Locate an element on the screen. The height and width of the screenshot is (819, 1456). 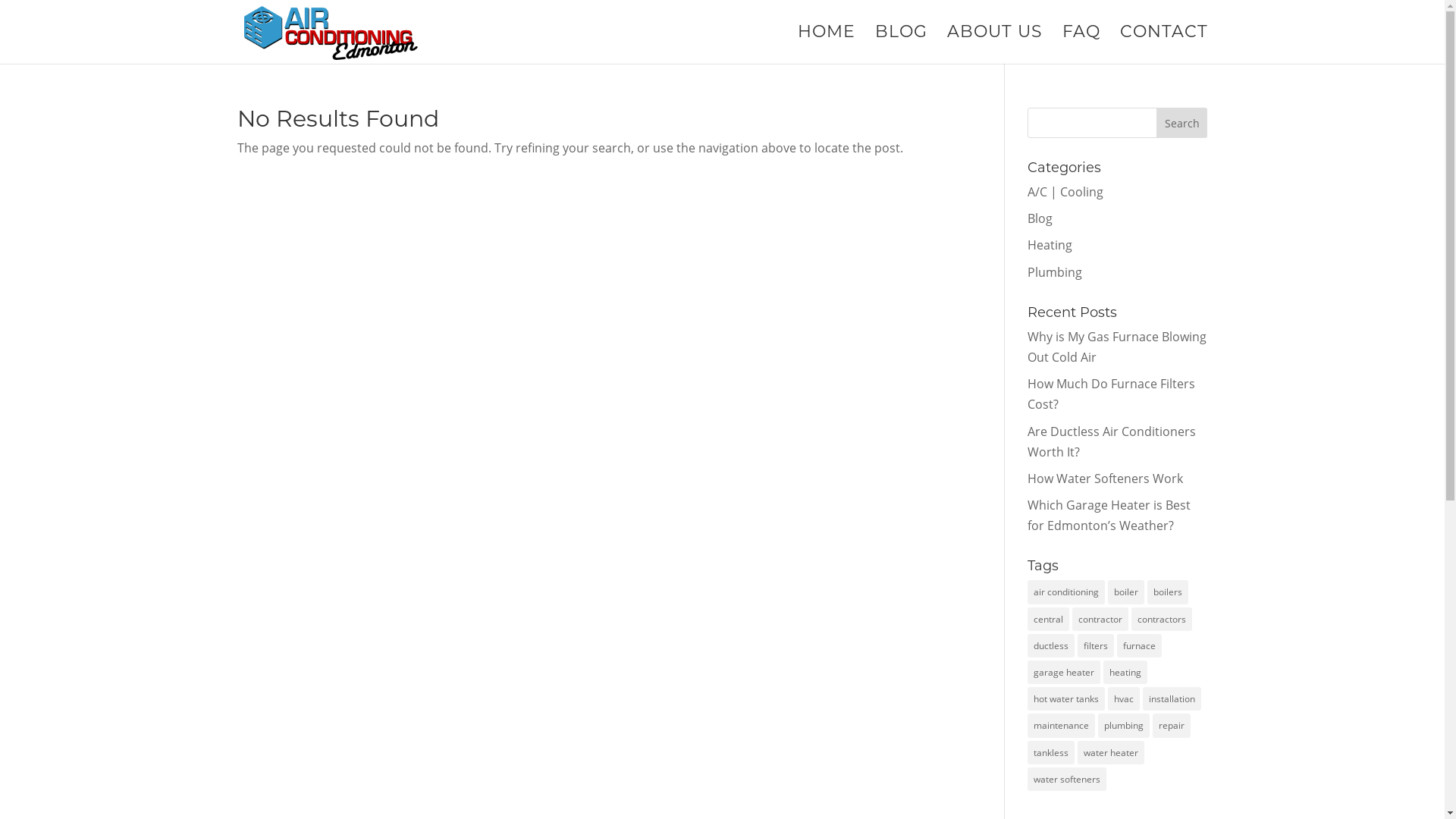
'water softeners' is located at coordinates (1027, 779).